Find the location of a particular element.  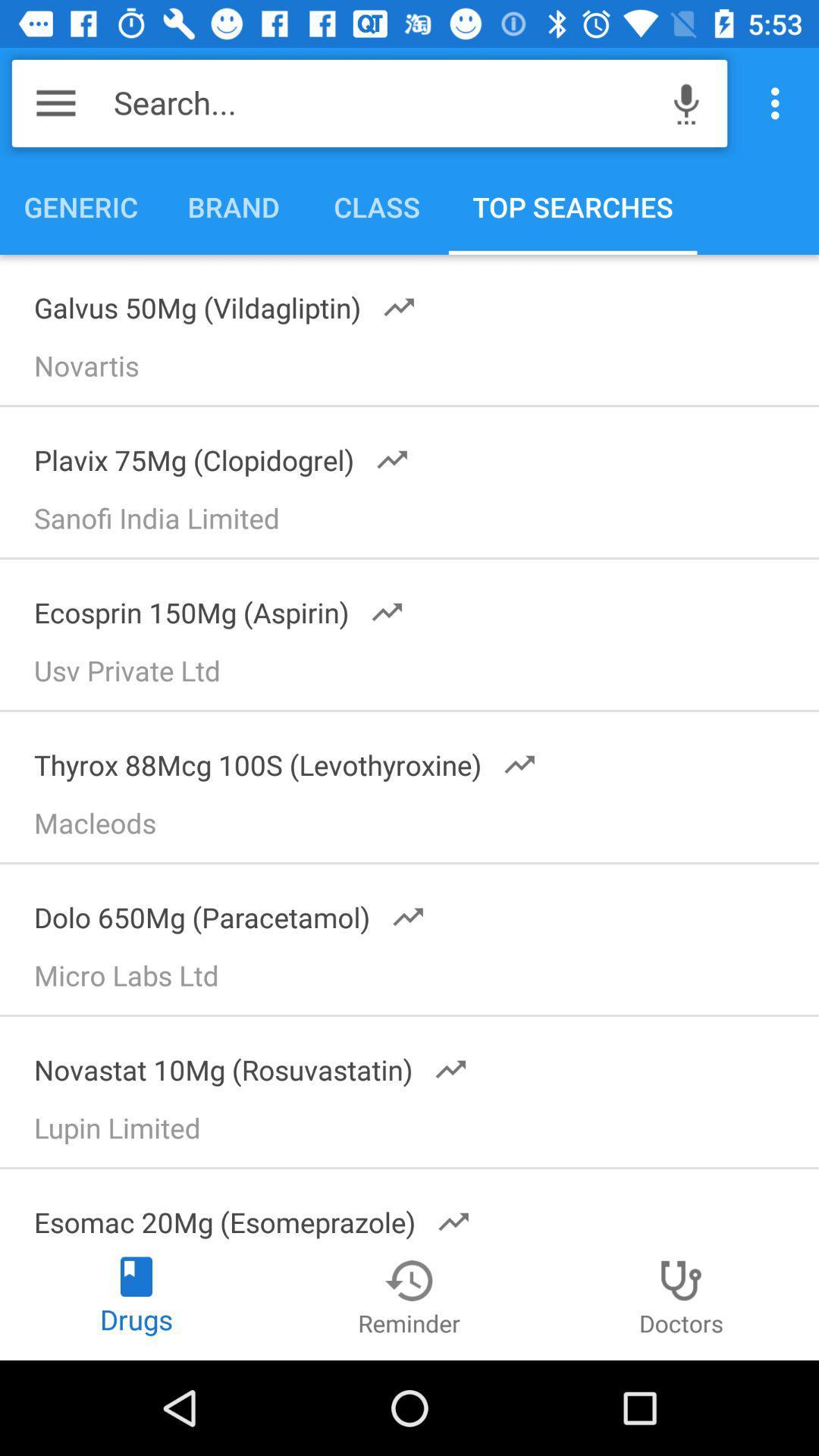

the sanofi india limited item is located at coordinates (416, 523).